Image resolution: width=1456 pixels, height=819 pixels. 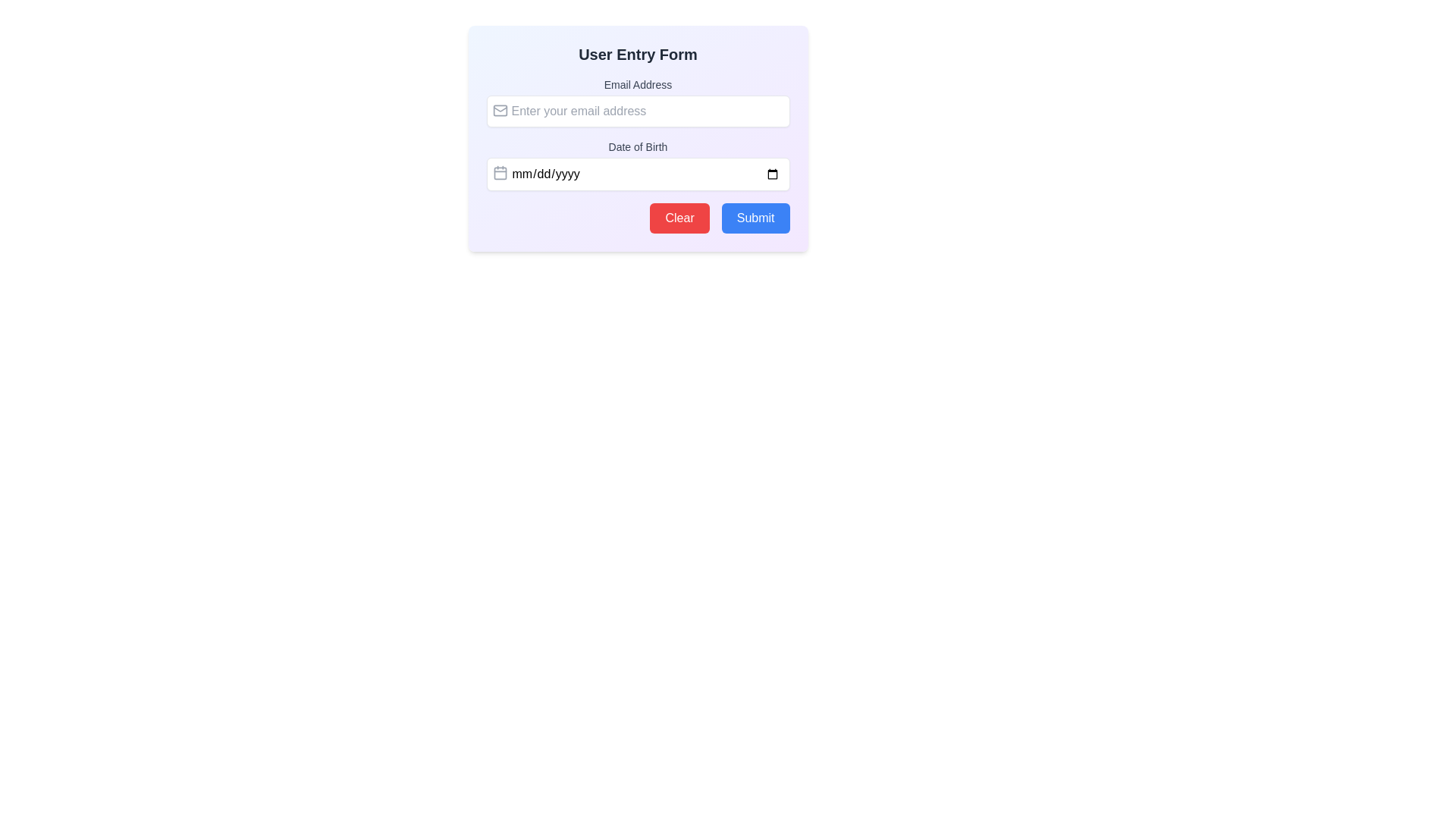 What do you see at coordinates (500, 110) in the screenshot?
I see `the envelope icon SVG shape that visually represents an email input field, located within the icon class of the email address input field` at bounding box center [500, 110].